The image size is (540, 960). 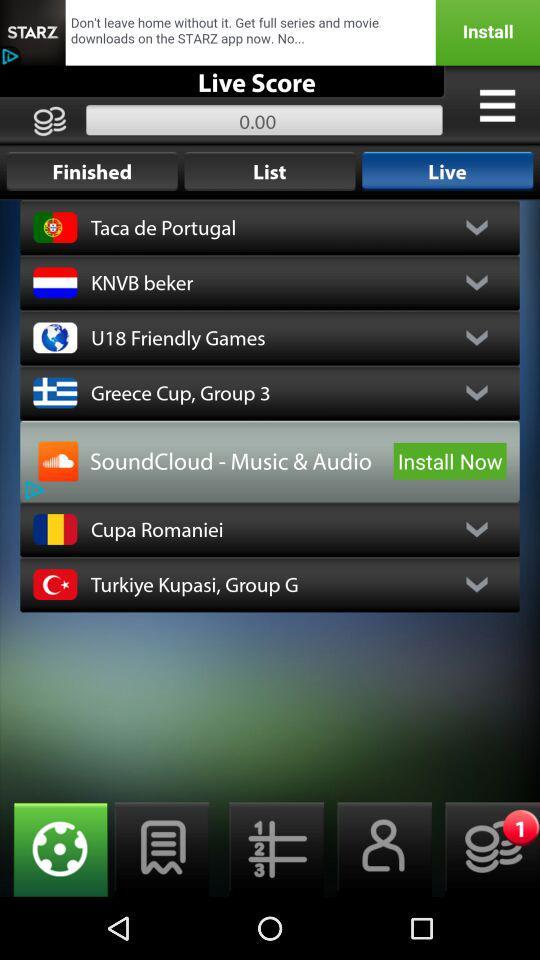 I want to click on the globe icon, so click(x=54, y=909).